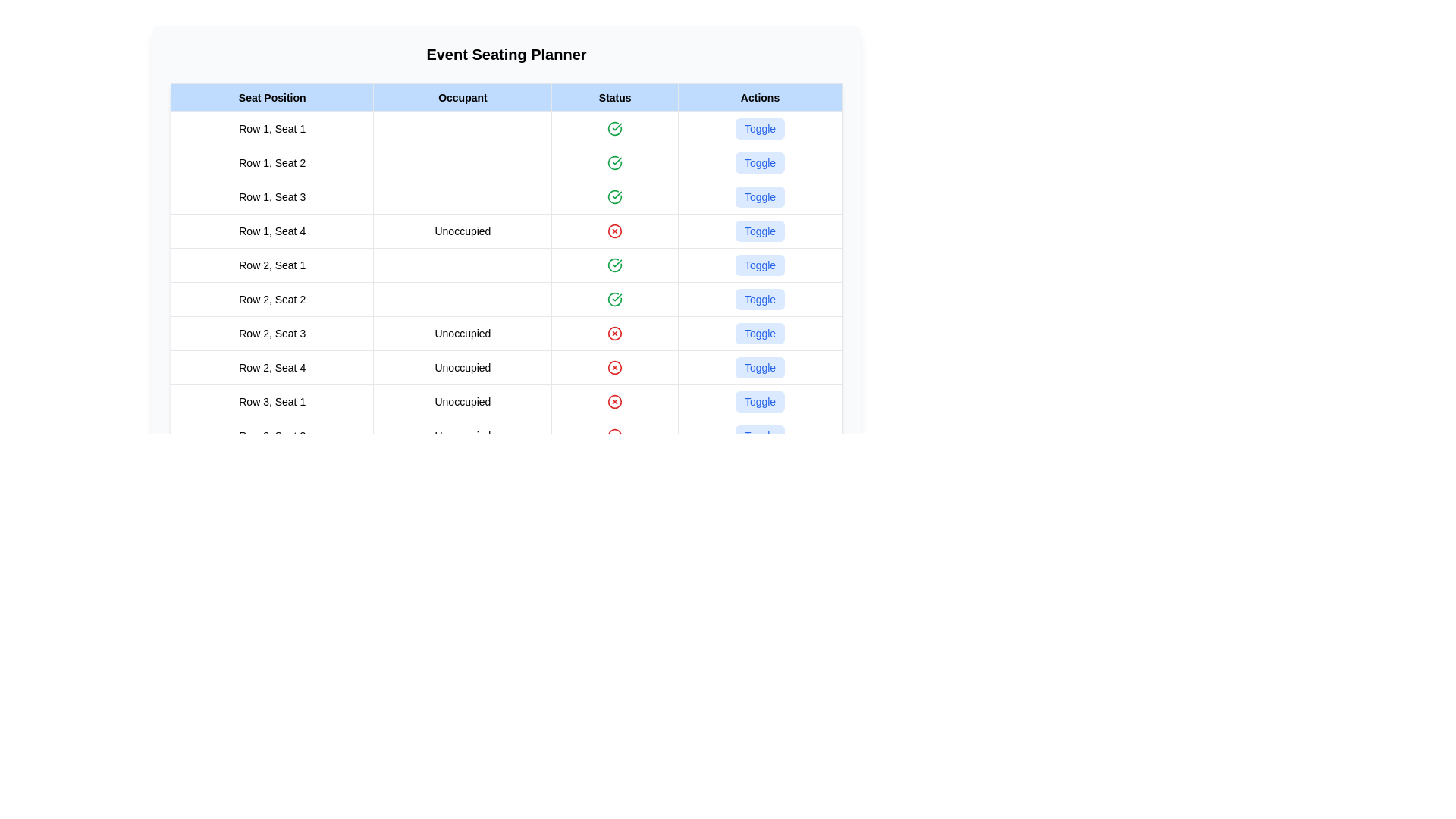 This screenshot has height=819, width=1456. Describe the element at coordinates (272, 400) in the screenshot. I see `the Text cell in the third row under the 'Seat Position' column header, which is positioned above the cell displaying 'Row 3, Seat 2'` at that location.